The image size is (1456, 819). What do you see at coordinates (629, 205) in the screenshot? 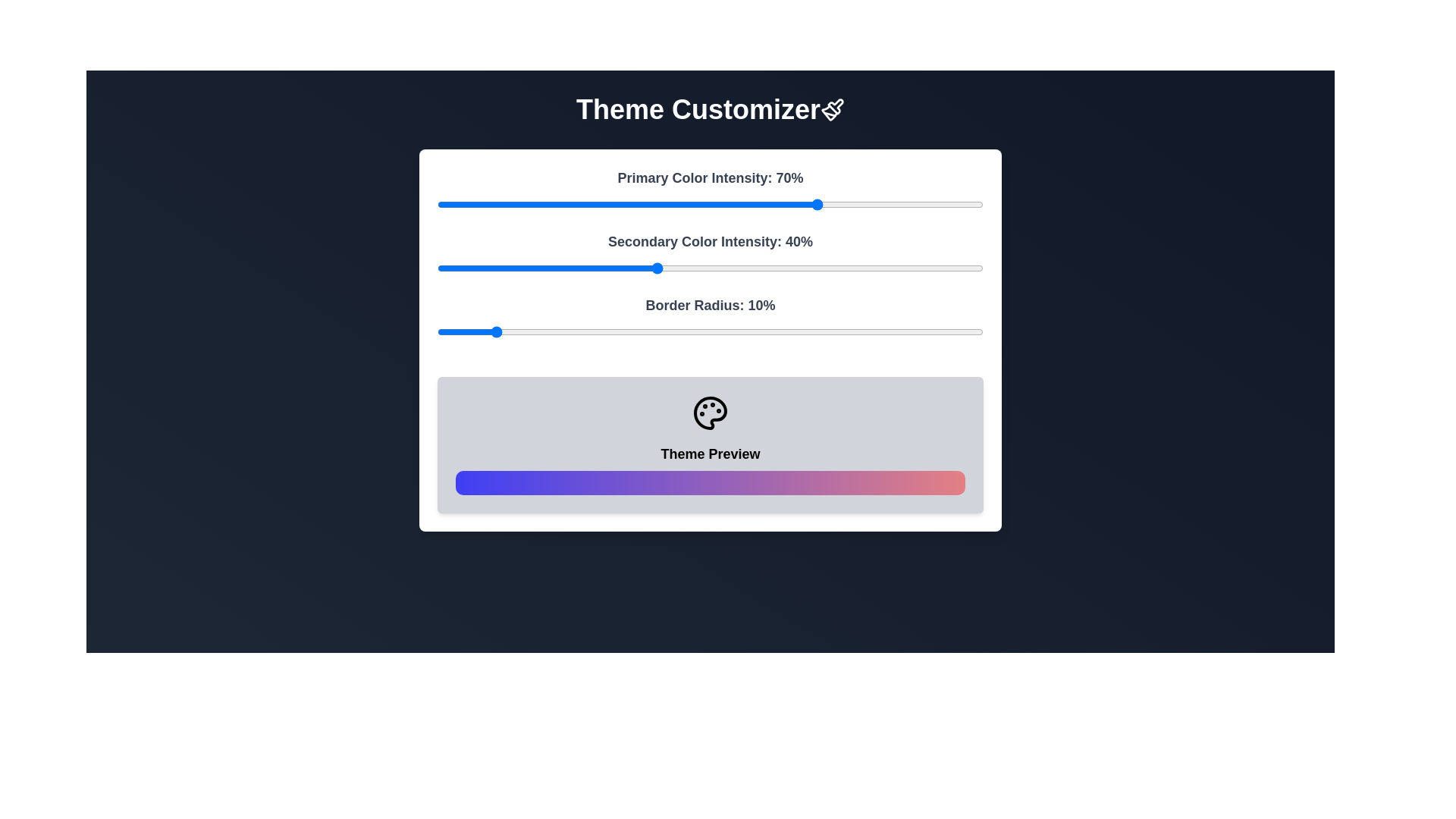
I see `the Primary Color Intensity slider to 35%` at bounding box center [629, 205].